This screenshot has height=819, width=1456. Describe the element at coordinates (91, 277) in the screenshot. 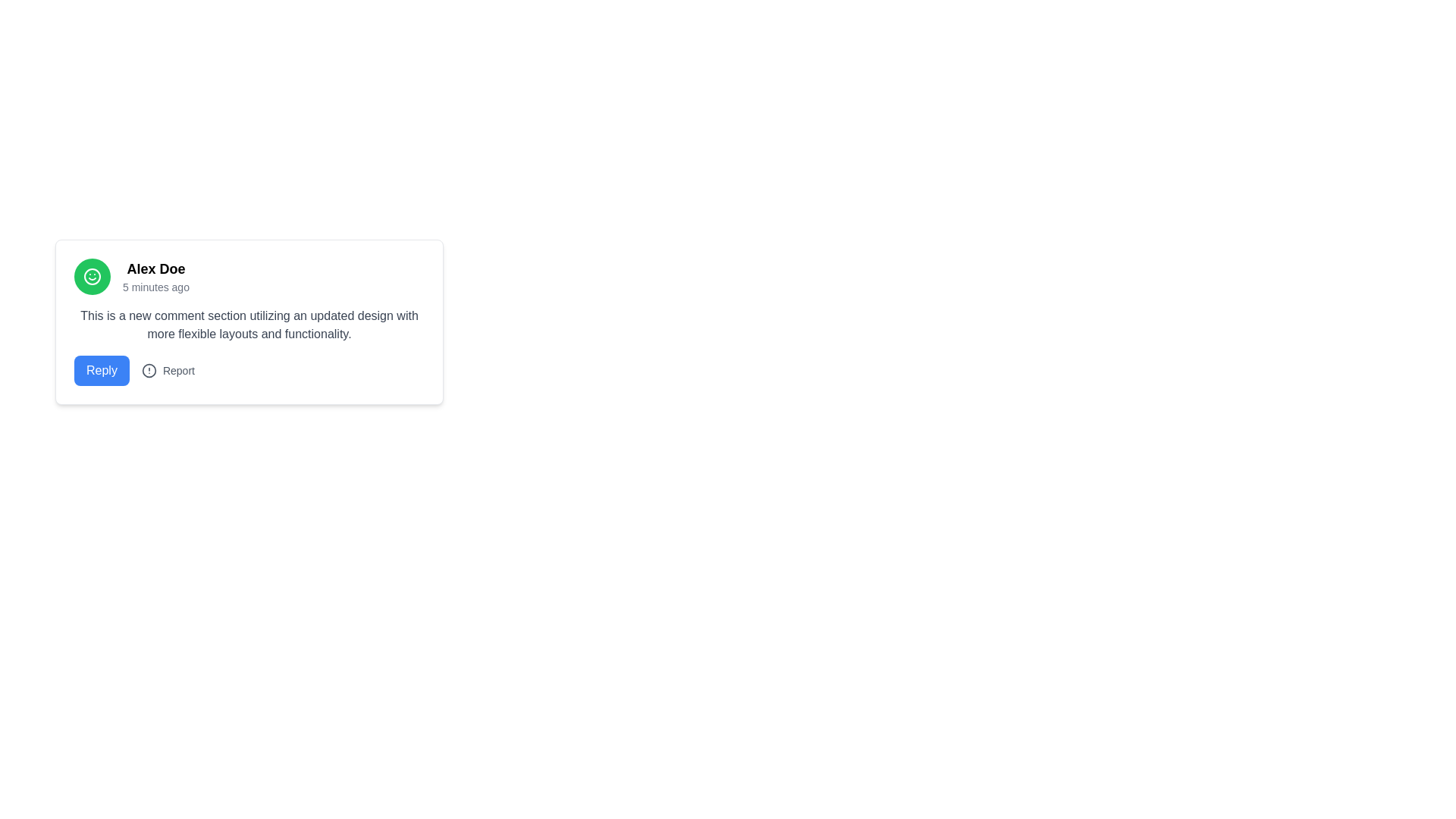

I see `the smiley face icon, which is part of the user's avatar displayed in a green circular background next to the username 'Alex Doe' in the comments section` at that location.